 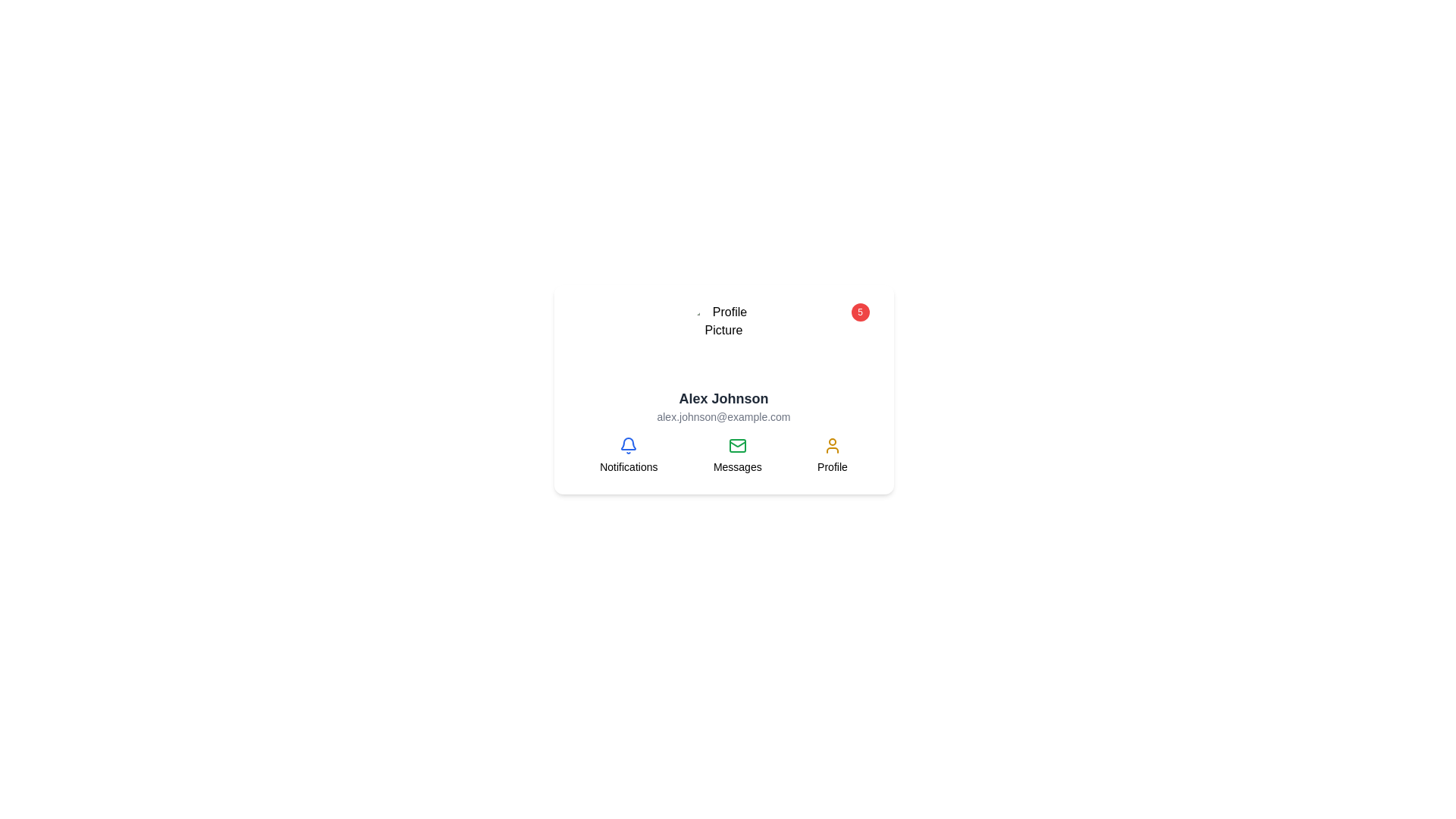 What do you see at coordinates (831, 444) in the screenshot?
I see `the circular yellow user profile icon located above the label 'Profile'` at bounding box center [831, 444].